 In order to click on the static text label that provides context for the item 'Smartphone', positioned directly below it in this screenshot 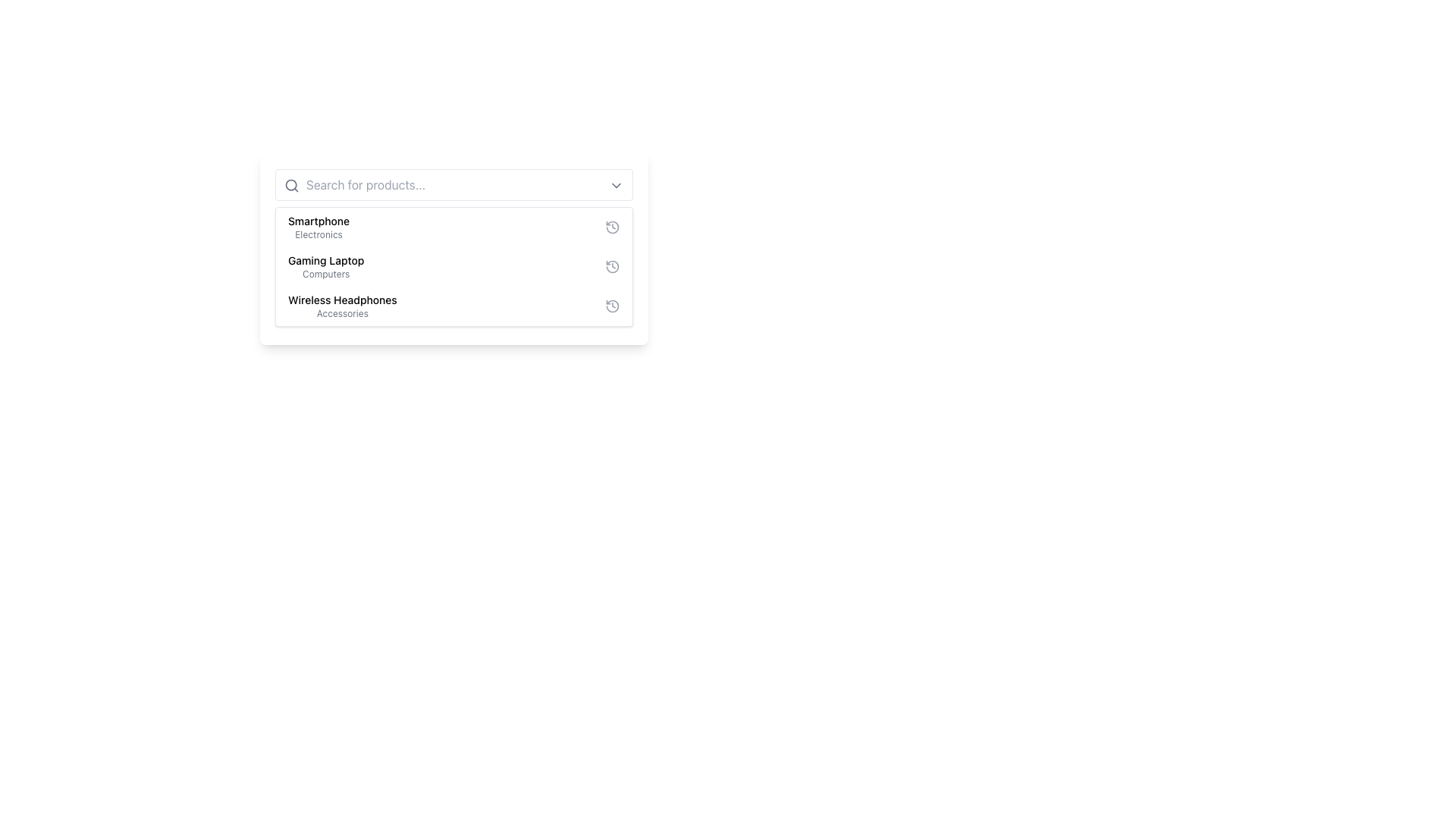, I will do `click(318, 234)`.